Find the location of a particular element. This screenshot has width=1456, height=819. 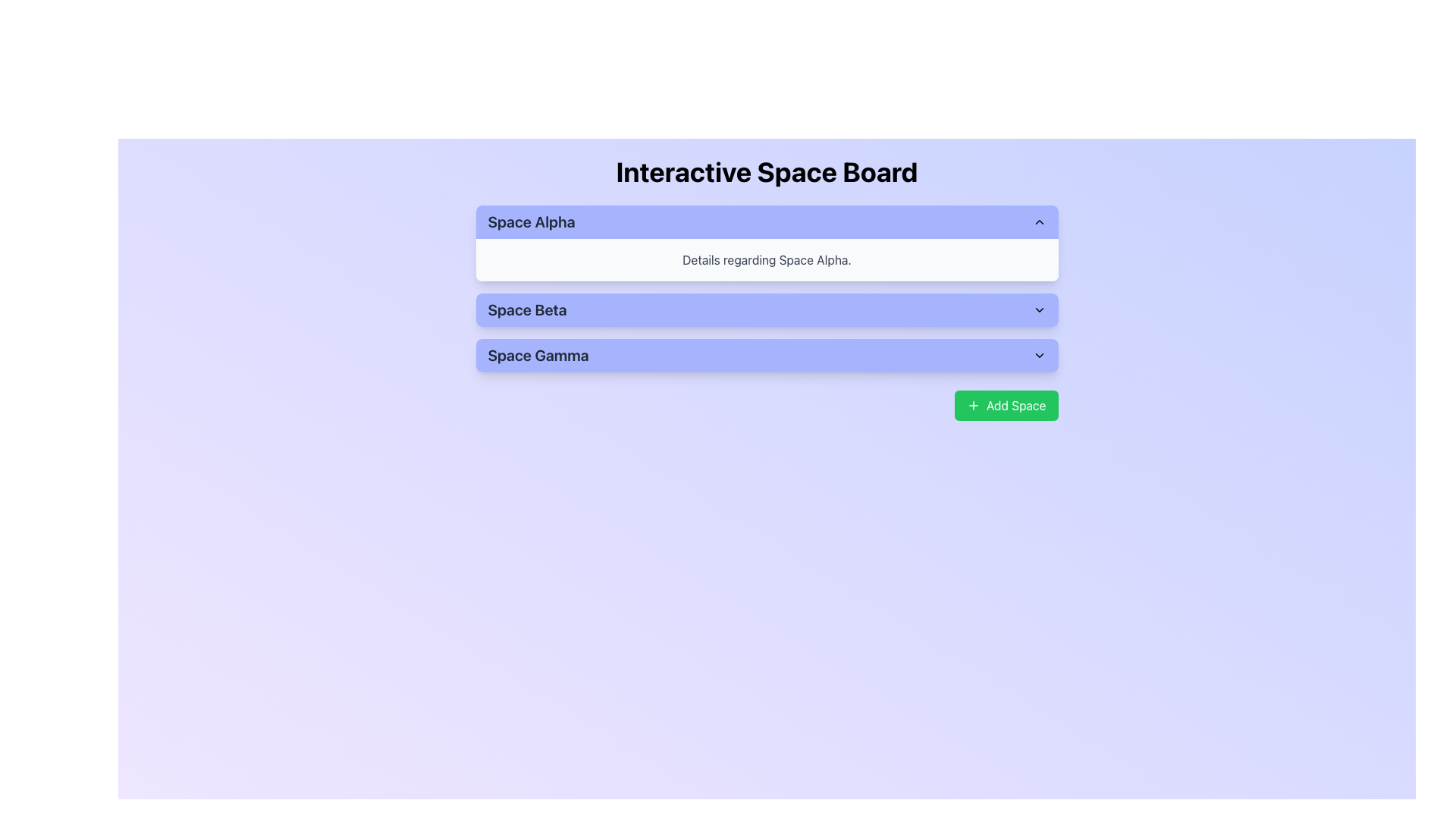

the 'Interactive Space Board' text label, which serves as the primary title for the interface is located at coordinates (767, 171).